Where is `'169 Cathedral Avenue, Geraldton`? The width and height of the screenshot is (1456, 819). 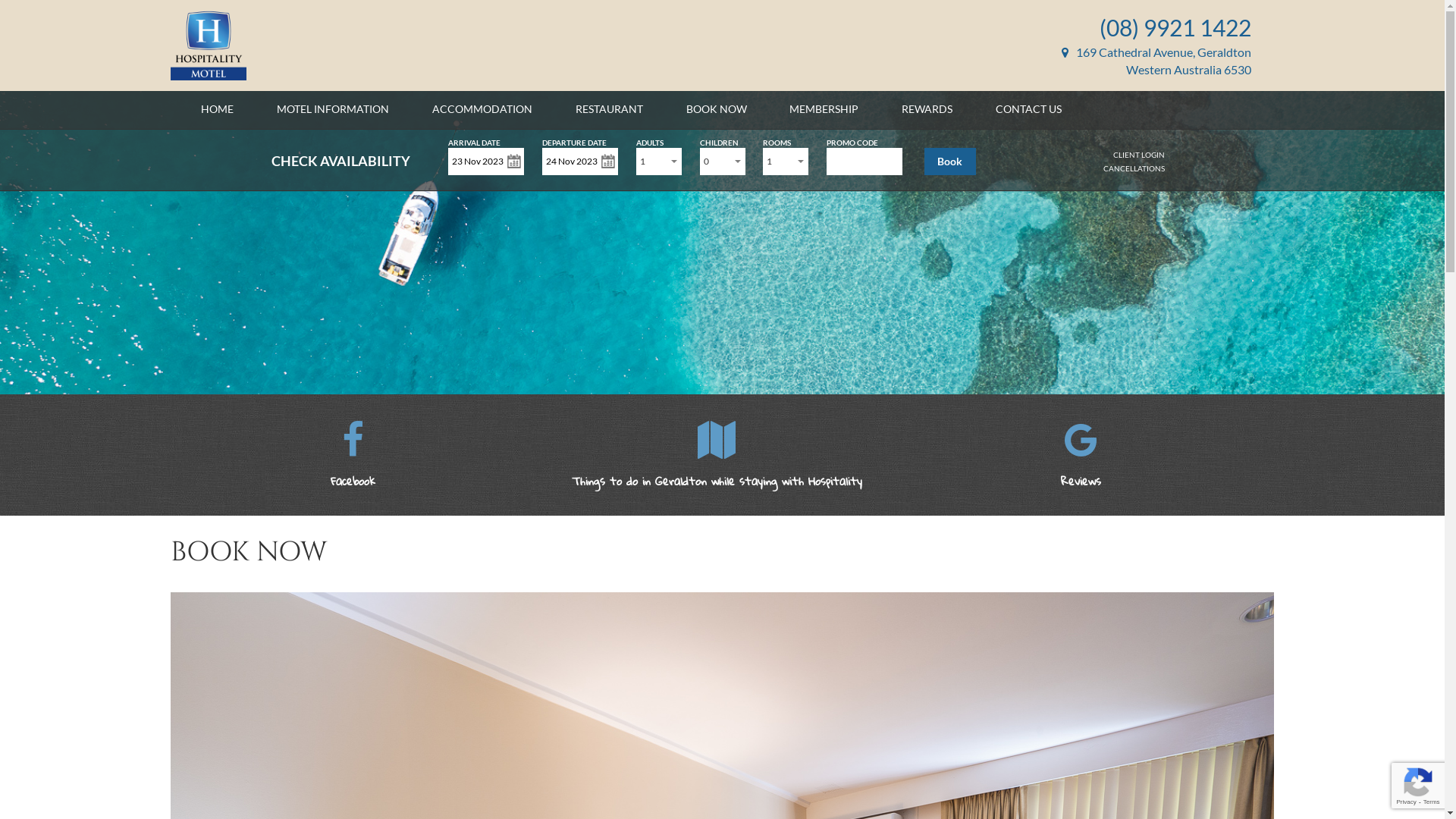 '169 Cathedral Avenue, Geraldton is located at coordinates (1061, 60).